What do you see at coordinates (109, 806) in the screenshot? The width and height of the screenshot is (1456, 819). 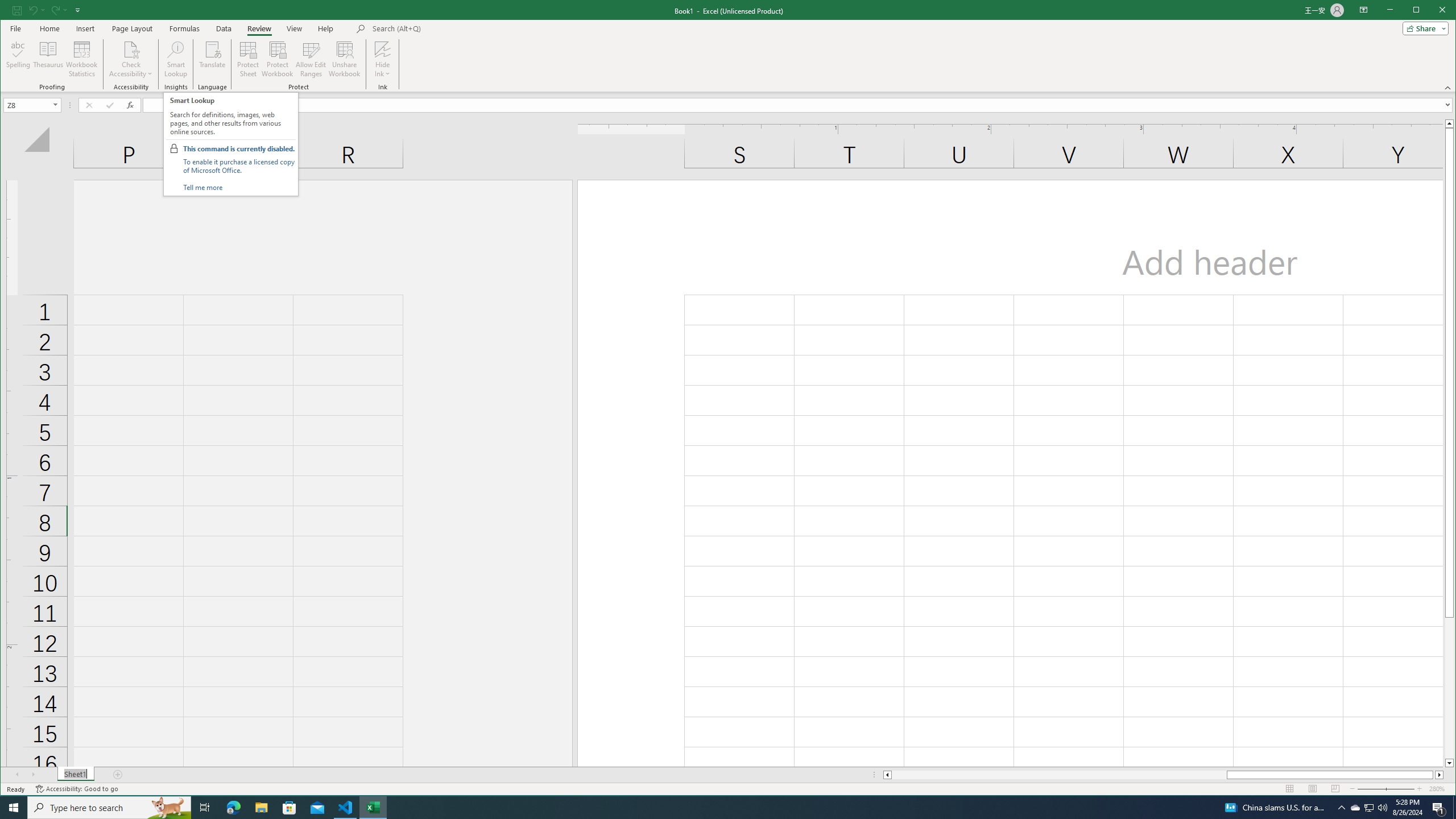 I see `'Type here to search'` at bounding box center [109, 806].